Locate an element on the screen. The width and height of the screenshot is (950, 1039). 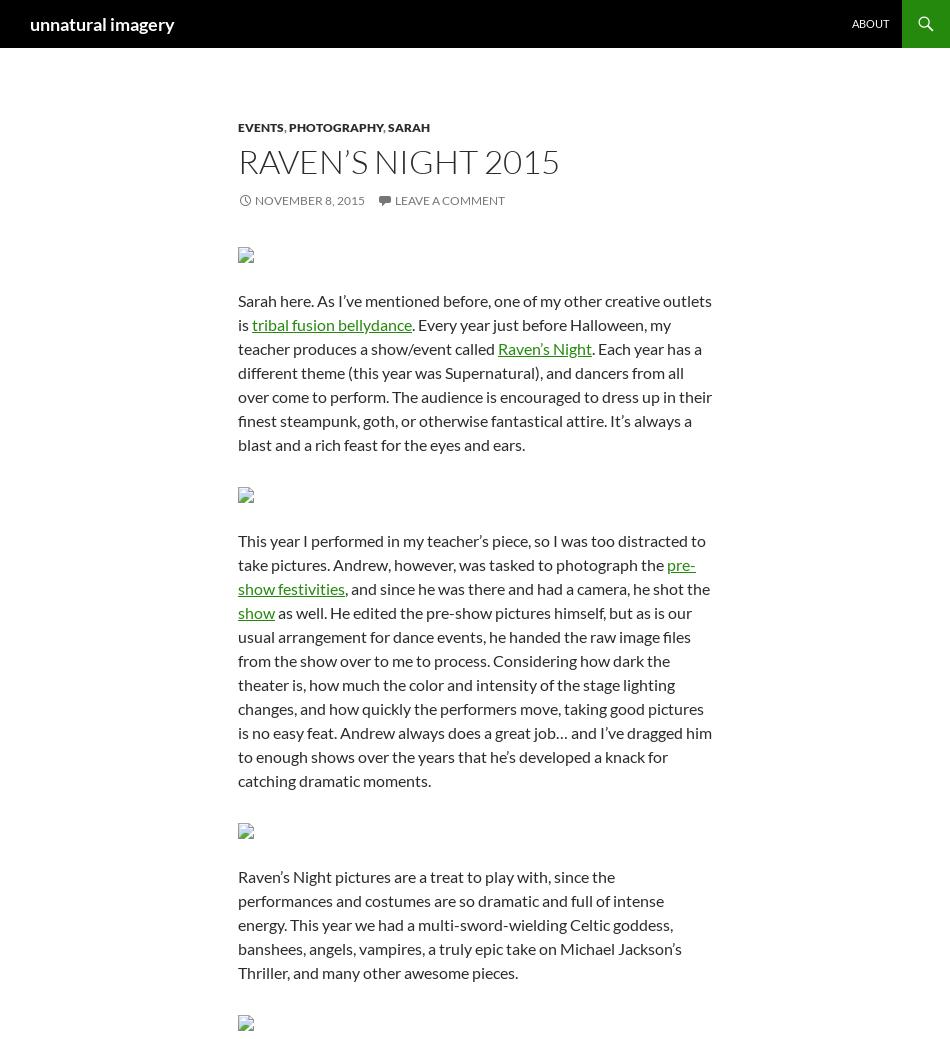
'Raven’s Night 2015' is located at coordinates (237, 160).